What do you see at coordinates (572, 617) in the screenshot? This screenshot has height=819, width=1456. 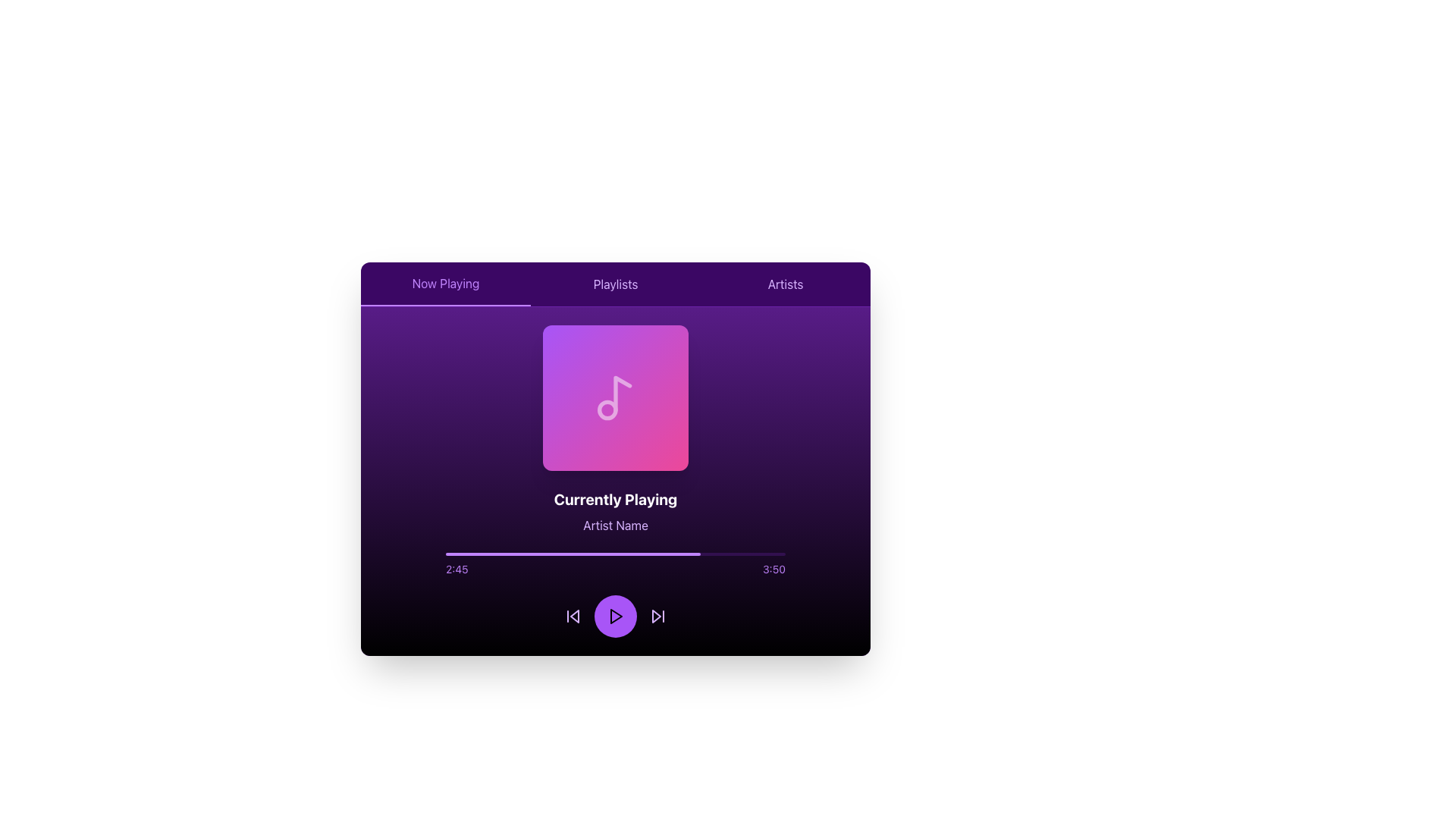 I see `the skip backward button located at the bottom-left of the control bar, the first among three buttons including play and skip-forward buttons to skip back` at bounding box center [572, 617].